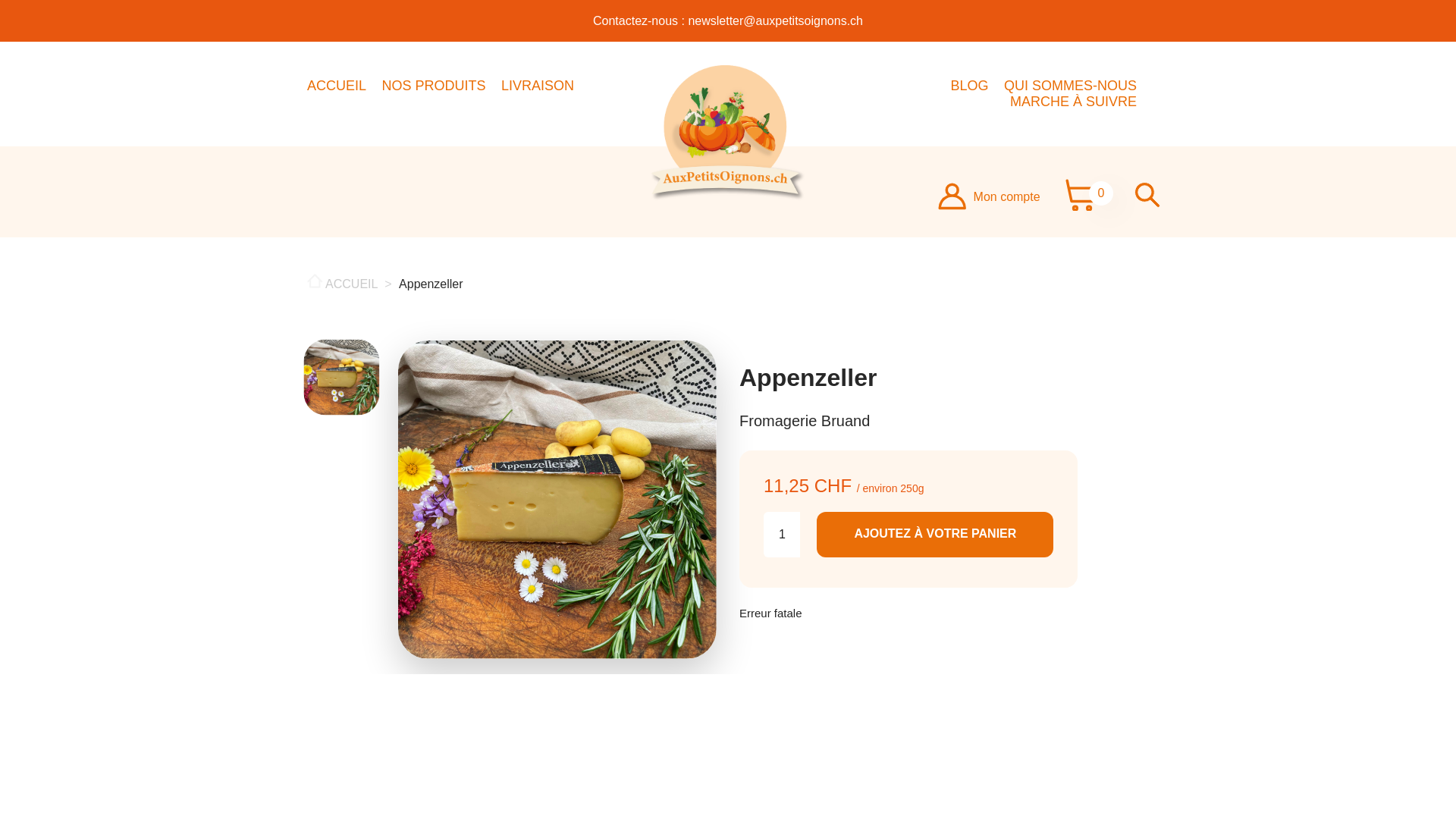 This screenshot has width=1456, height=819. What do you see at coordinates (1069, 85) in the screenshot?
I see `'QUI SOMMES-NOUS'` at bounding box center [1069, 85].